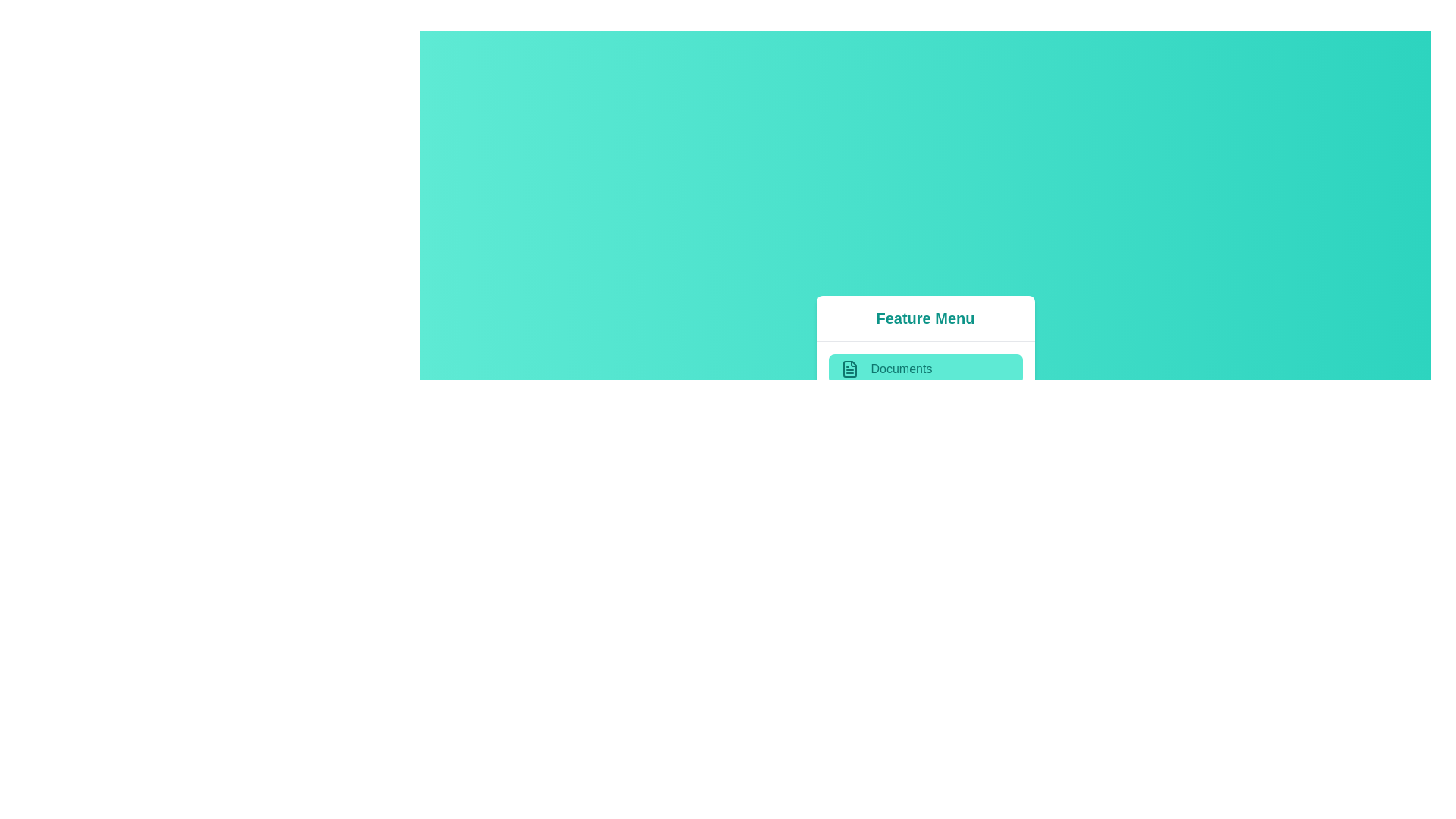 The height and width of the screenshot is (819, 1456). I want to click on the 'Documents' icon, so click(849, 369).